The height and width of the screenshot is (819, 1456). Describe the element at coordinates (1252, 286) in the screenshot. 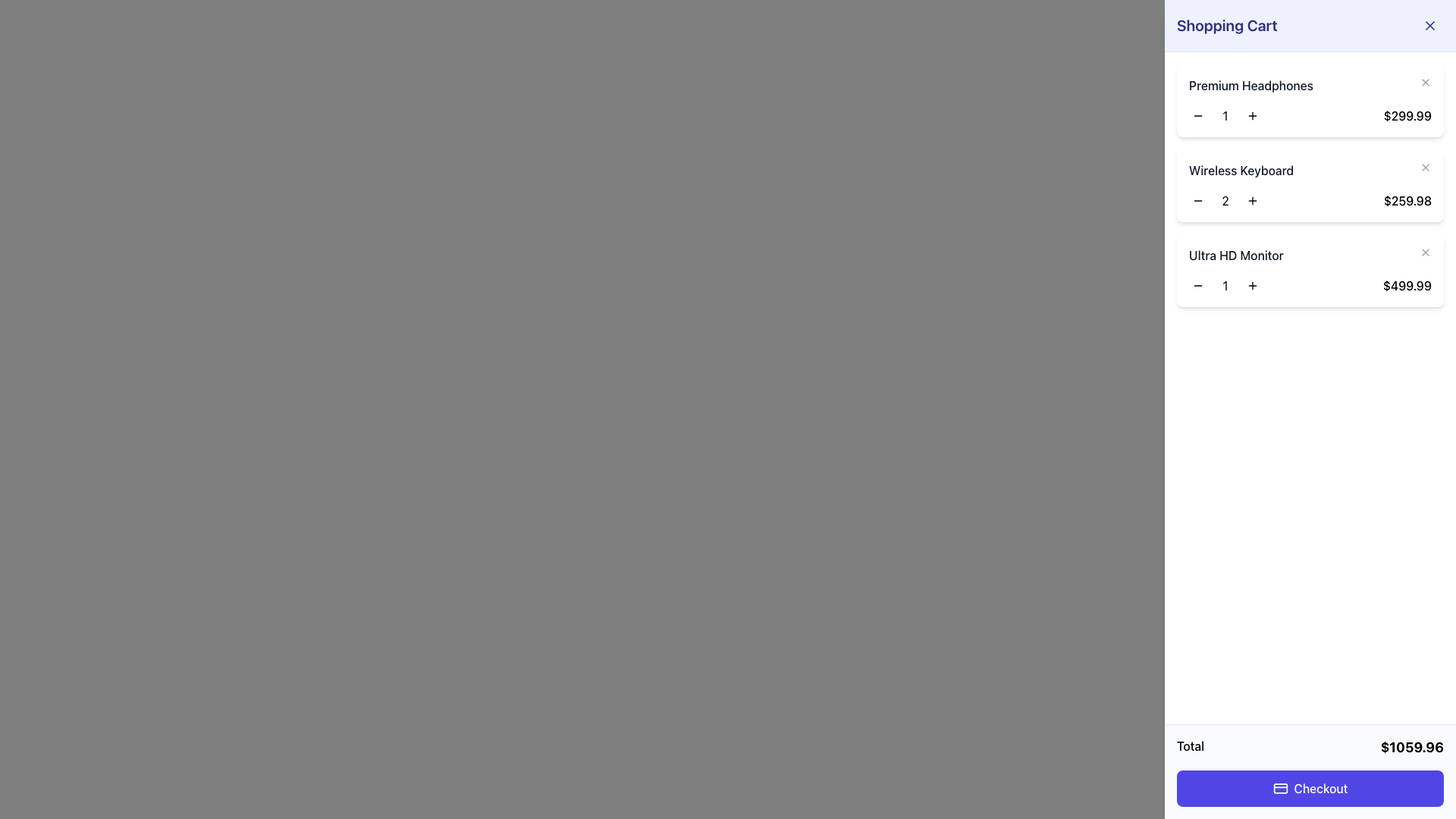

I see `the circular button with a plus icon for quantity adjustment in the Ultra HD Monitor item section` at that location.